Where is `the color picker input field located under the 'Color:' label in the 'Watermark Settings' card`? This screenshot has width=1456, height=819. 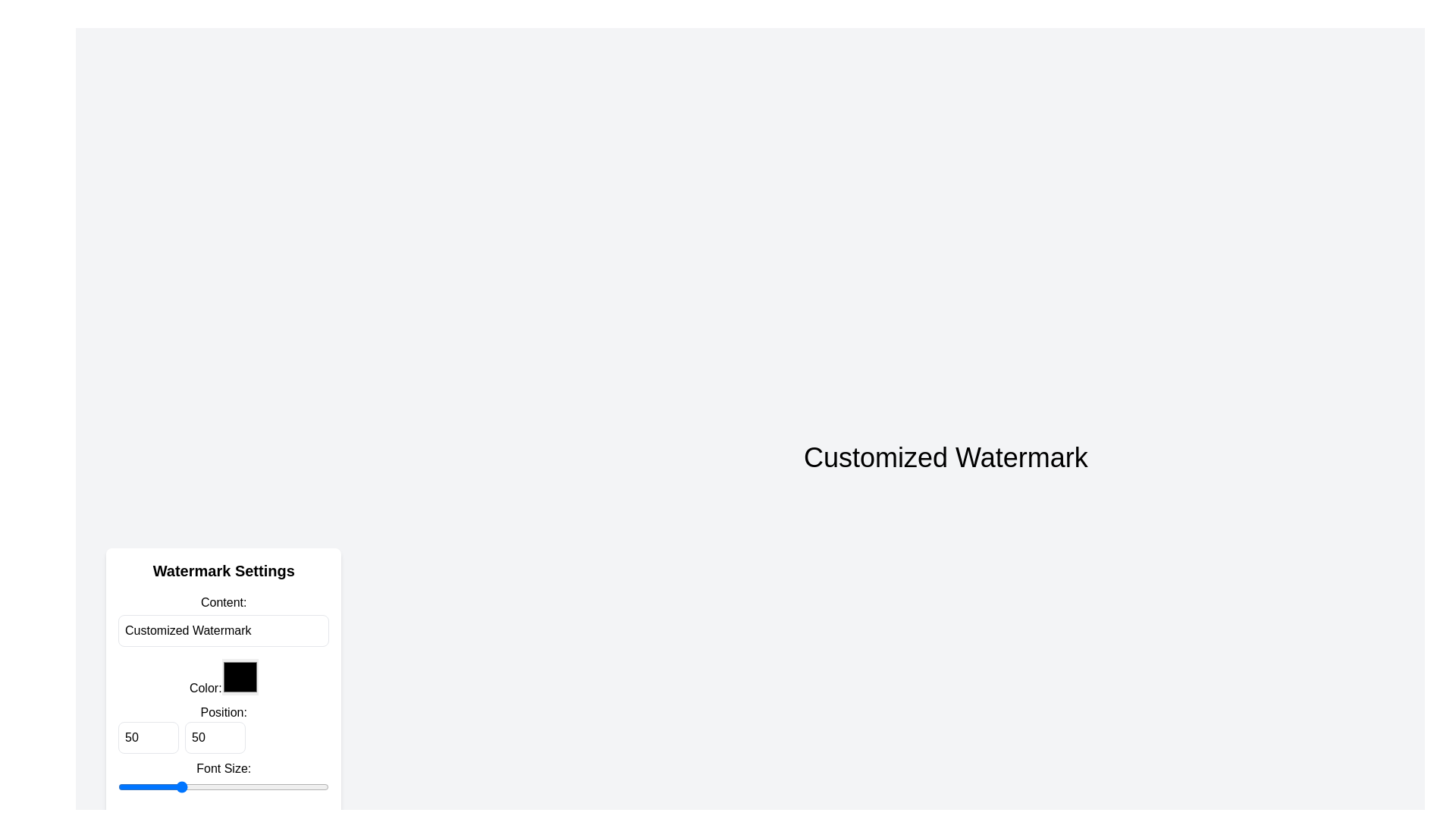
the color picker input field located under the 'Color:' label in the 'Watermark Settings' card is located at coordinates (223, 681).